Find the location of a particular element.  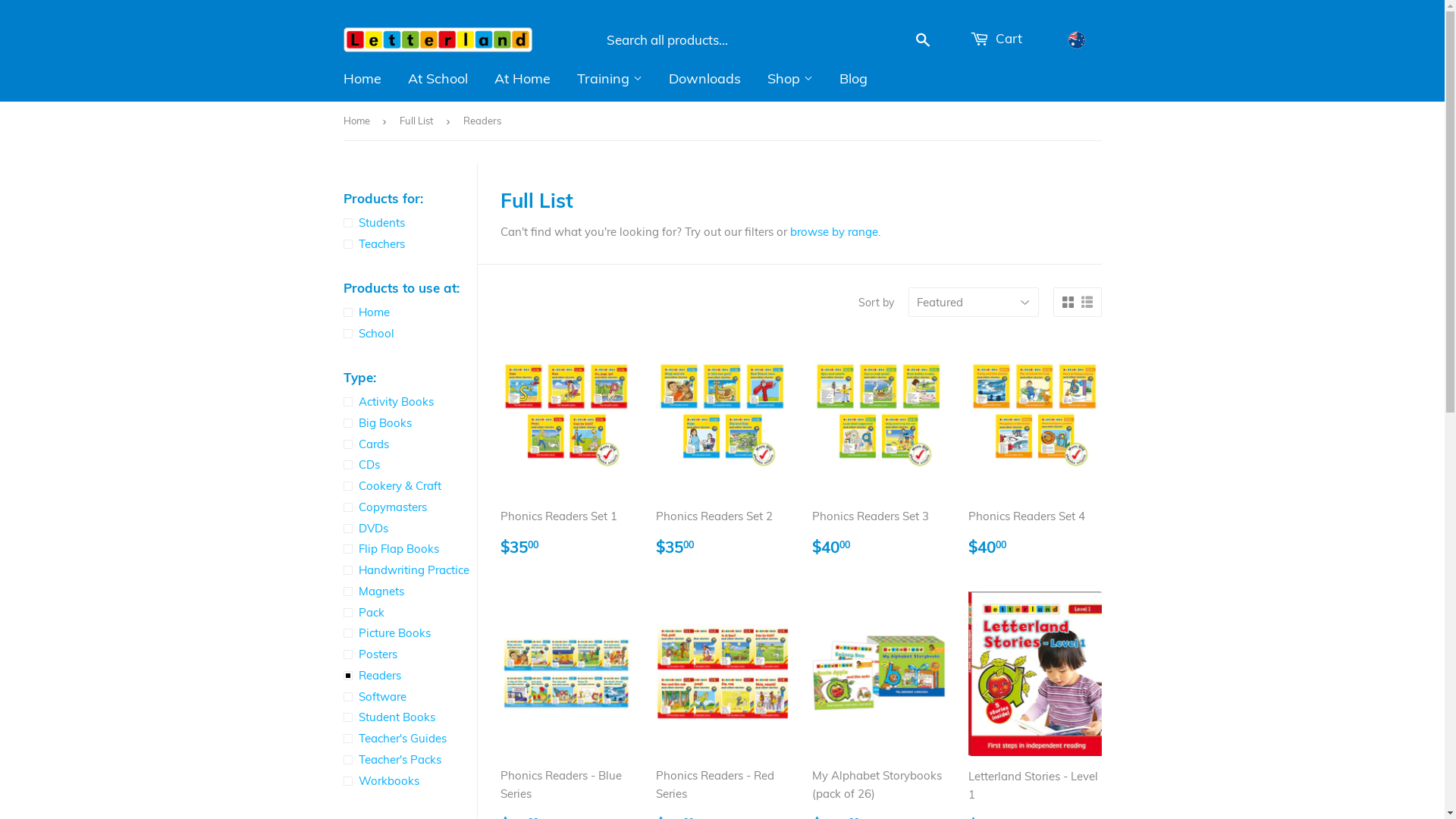

'Cards' is located at coordinates (409, 444).